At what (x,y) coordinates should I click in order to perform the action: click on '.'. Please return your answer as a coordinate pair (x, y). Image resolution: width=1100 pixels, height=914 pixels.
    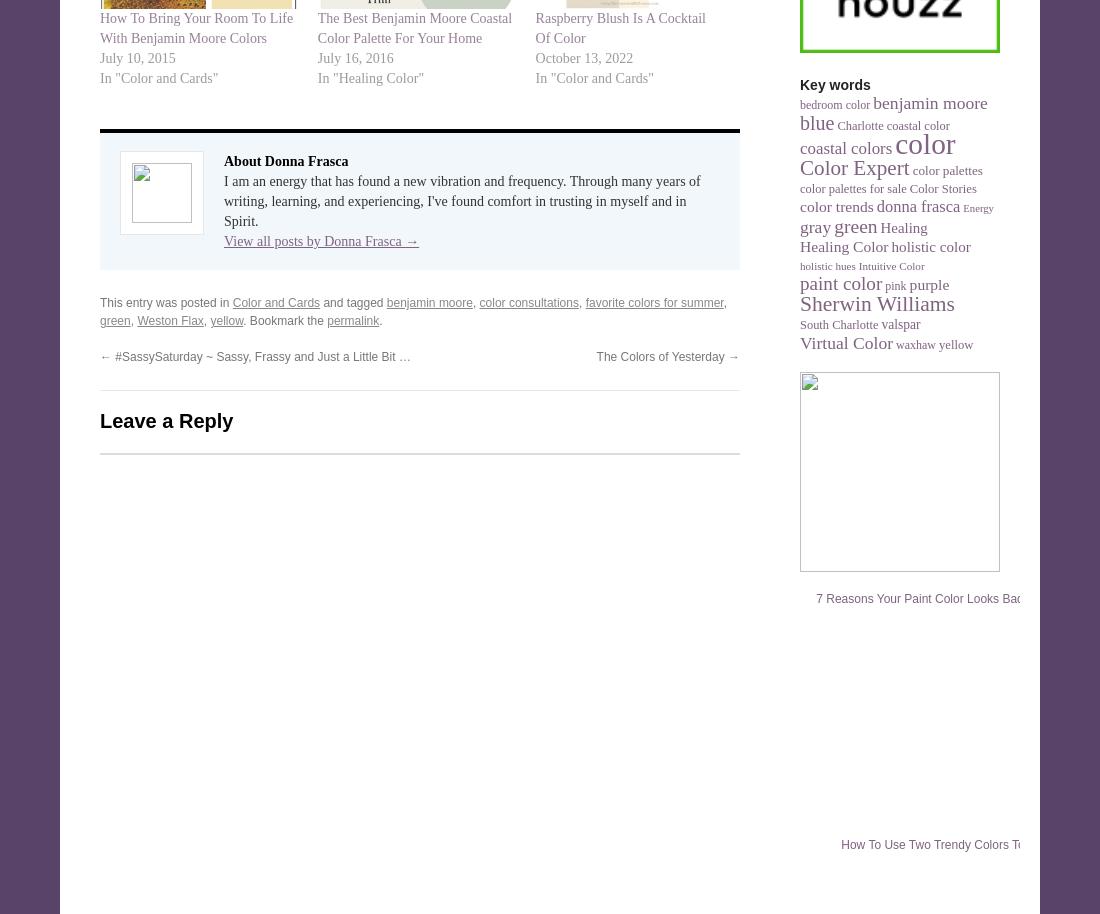
    Looking at the image, I should click on (380, 320).